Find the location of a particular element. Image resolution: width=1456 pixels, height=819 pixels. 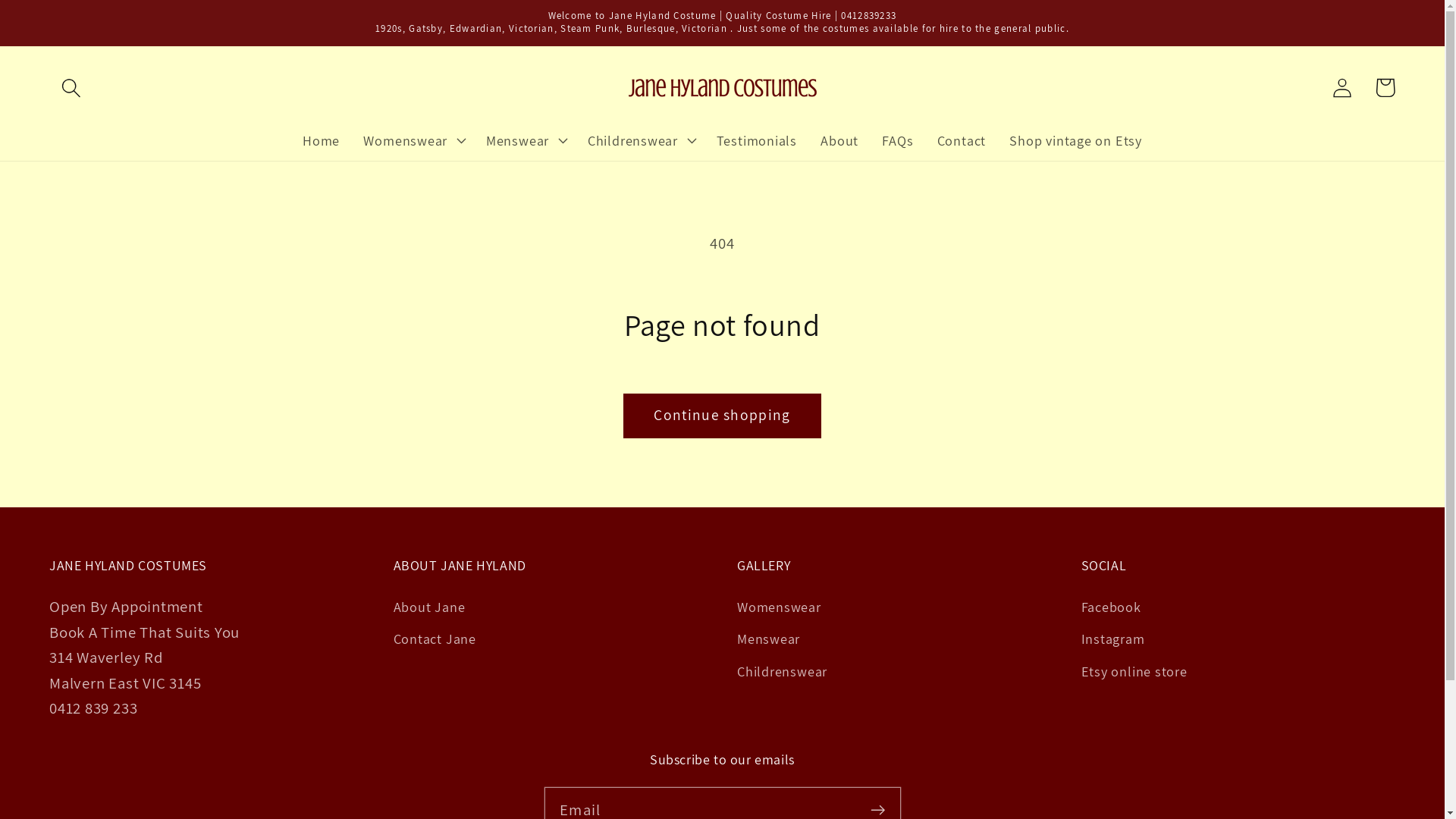

'Home' is located at coordinates (320, 140).